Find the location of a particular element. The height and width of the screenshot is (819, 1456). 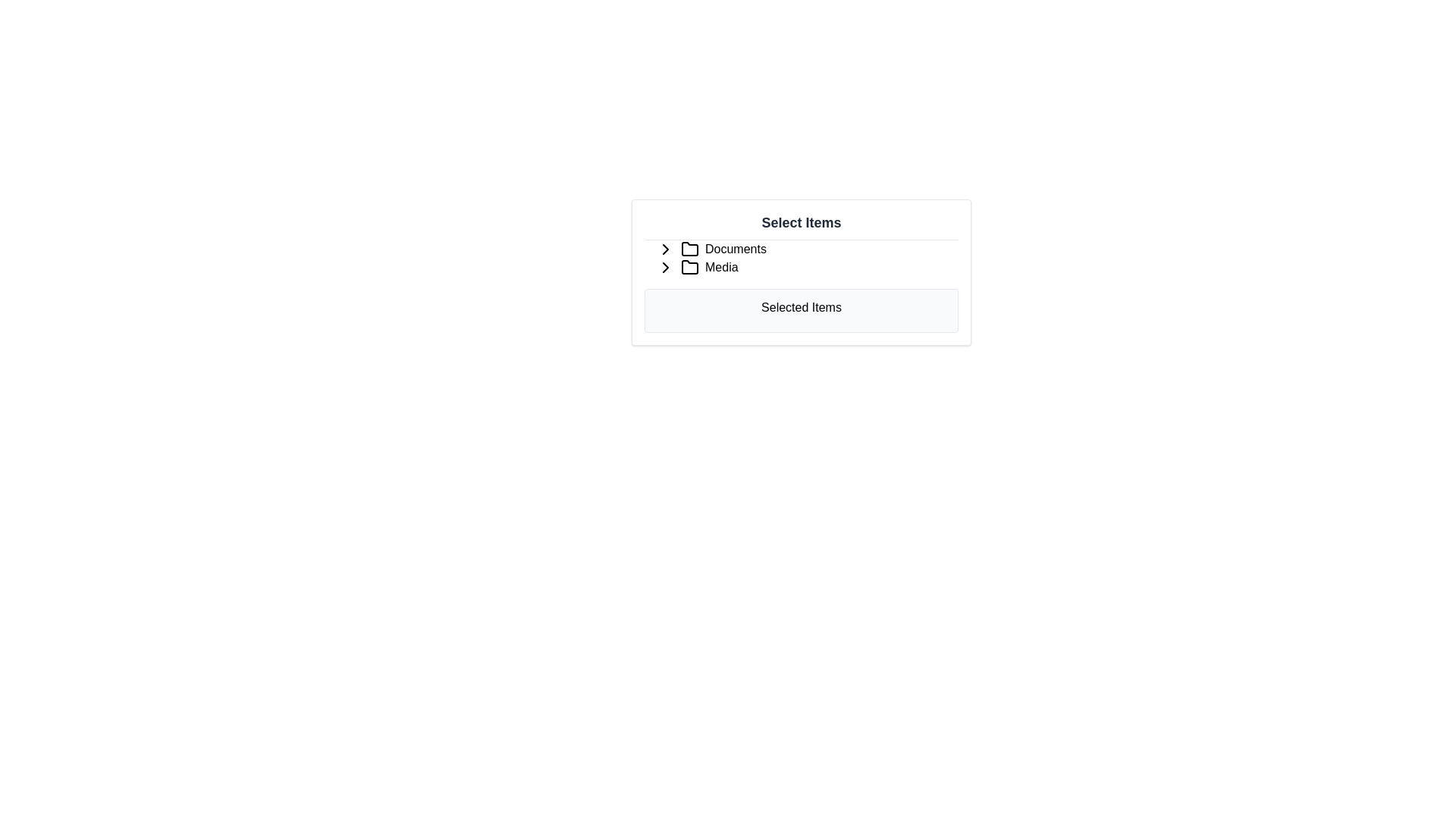

the Right-chevron icon next to the 'Media' label in the 'Select Items' list is located at coordinates (666, 267).